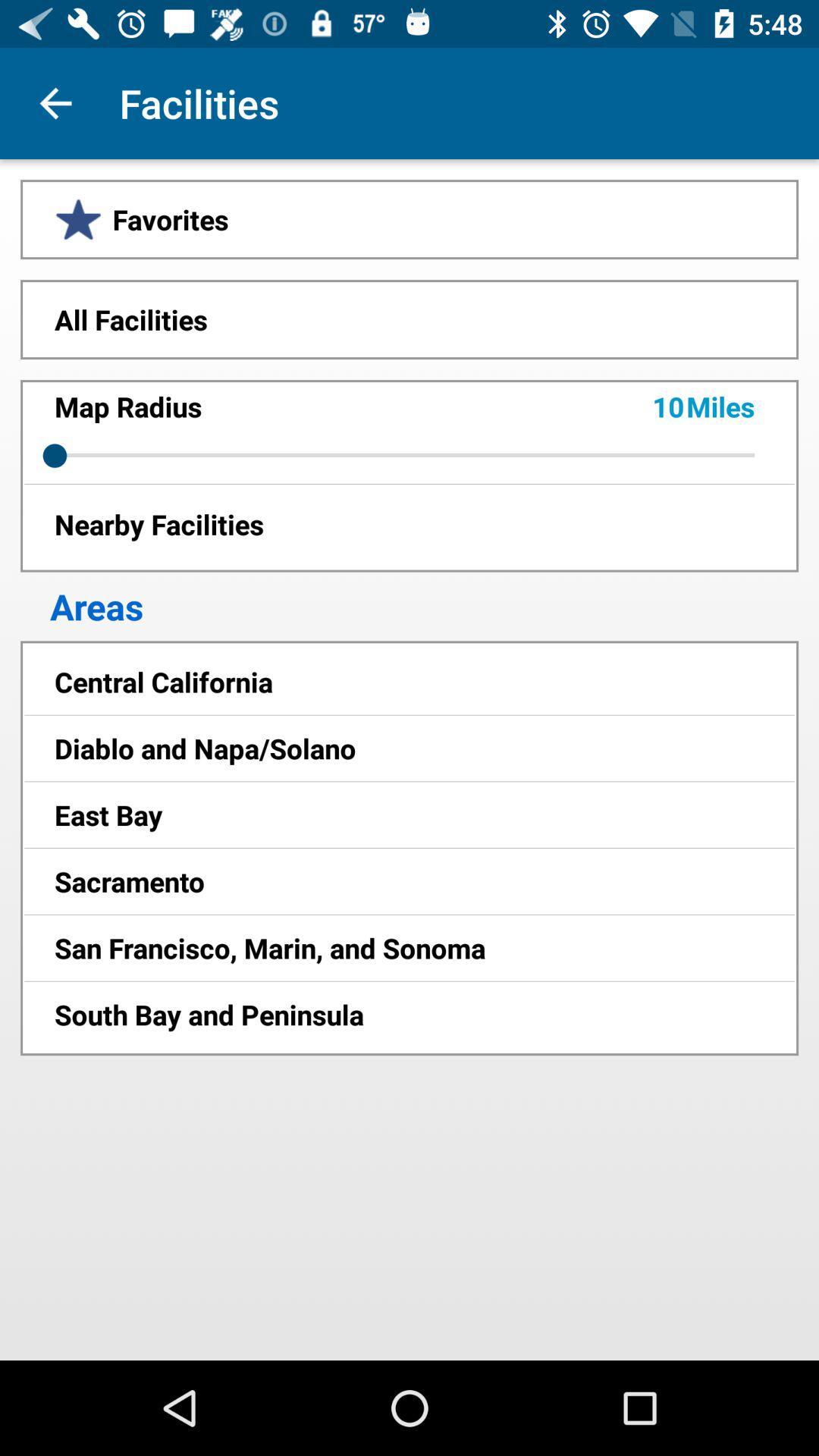 This screenshot has height=1456, width=819. I want to click on item to the left of the facilities app, so click(55, 102).